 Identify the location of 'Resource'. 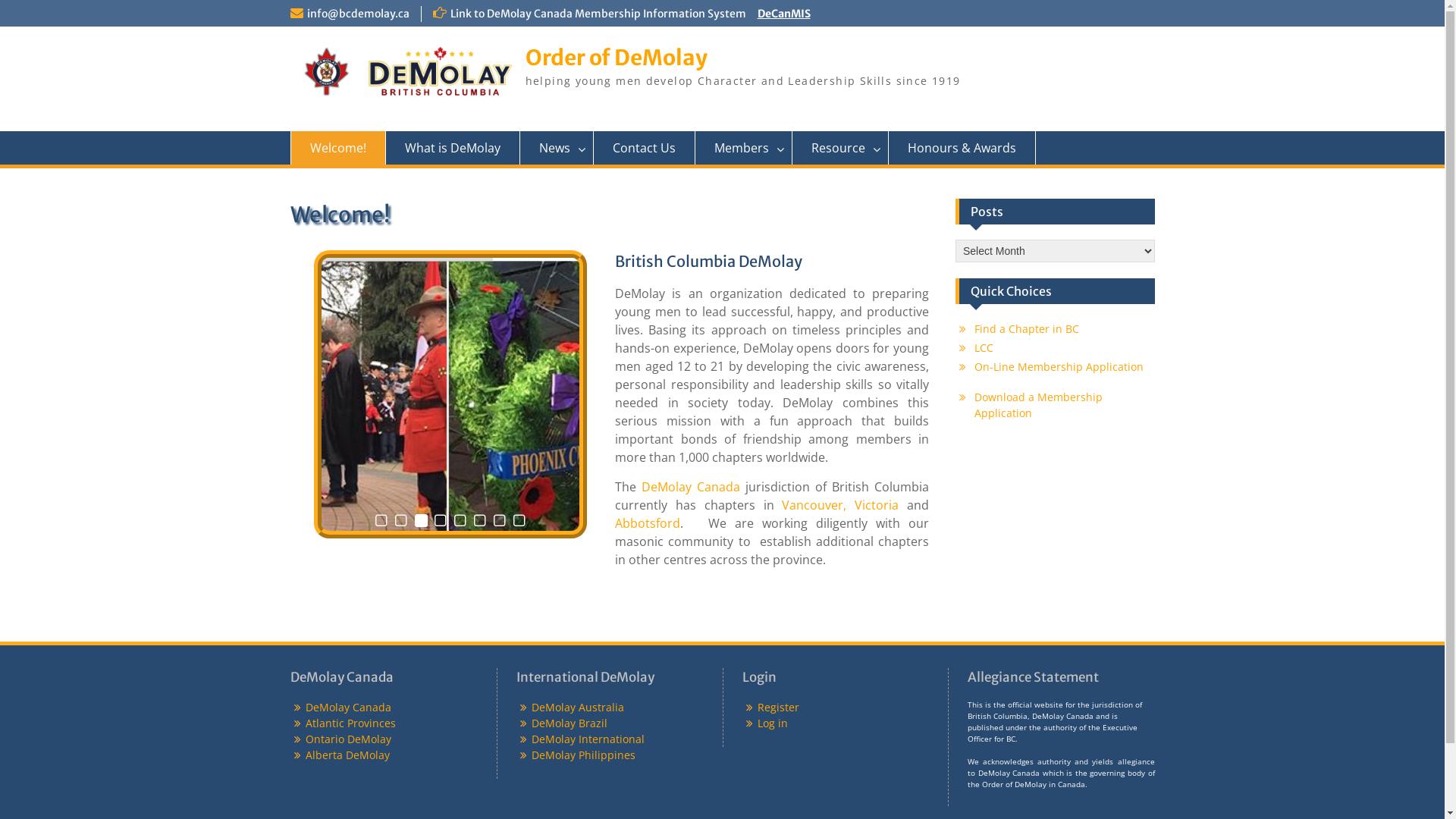
(839, 148).